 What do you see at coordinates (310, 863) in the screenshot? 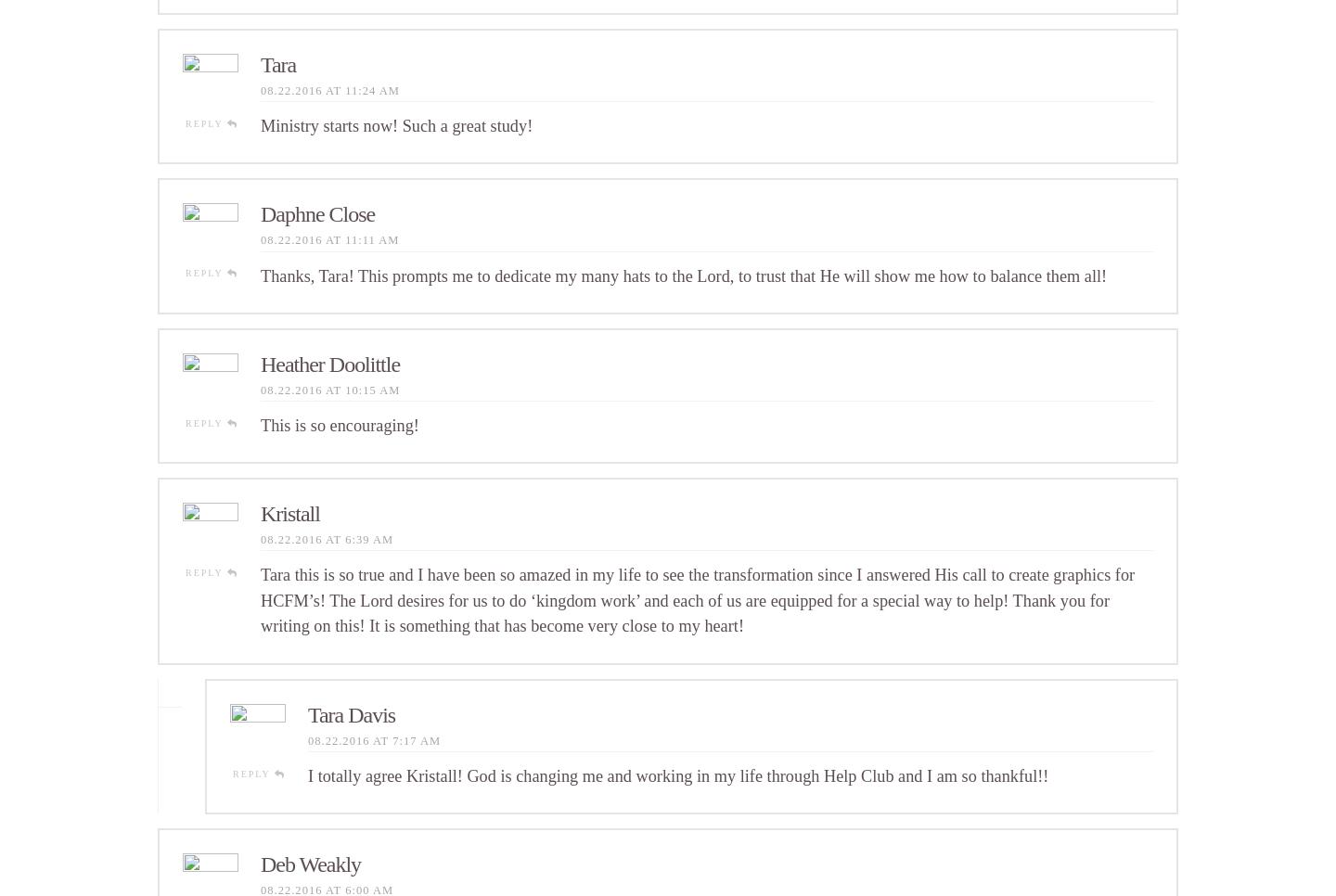
I see `'Deb Weakly'` at bounding box center [310, 863].